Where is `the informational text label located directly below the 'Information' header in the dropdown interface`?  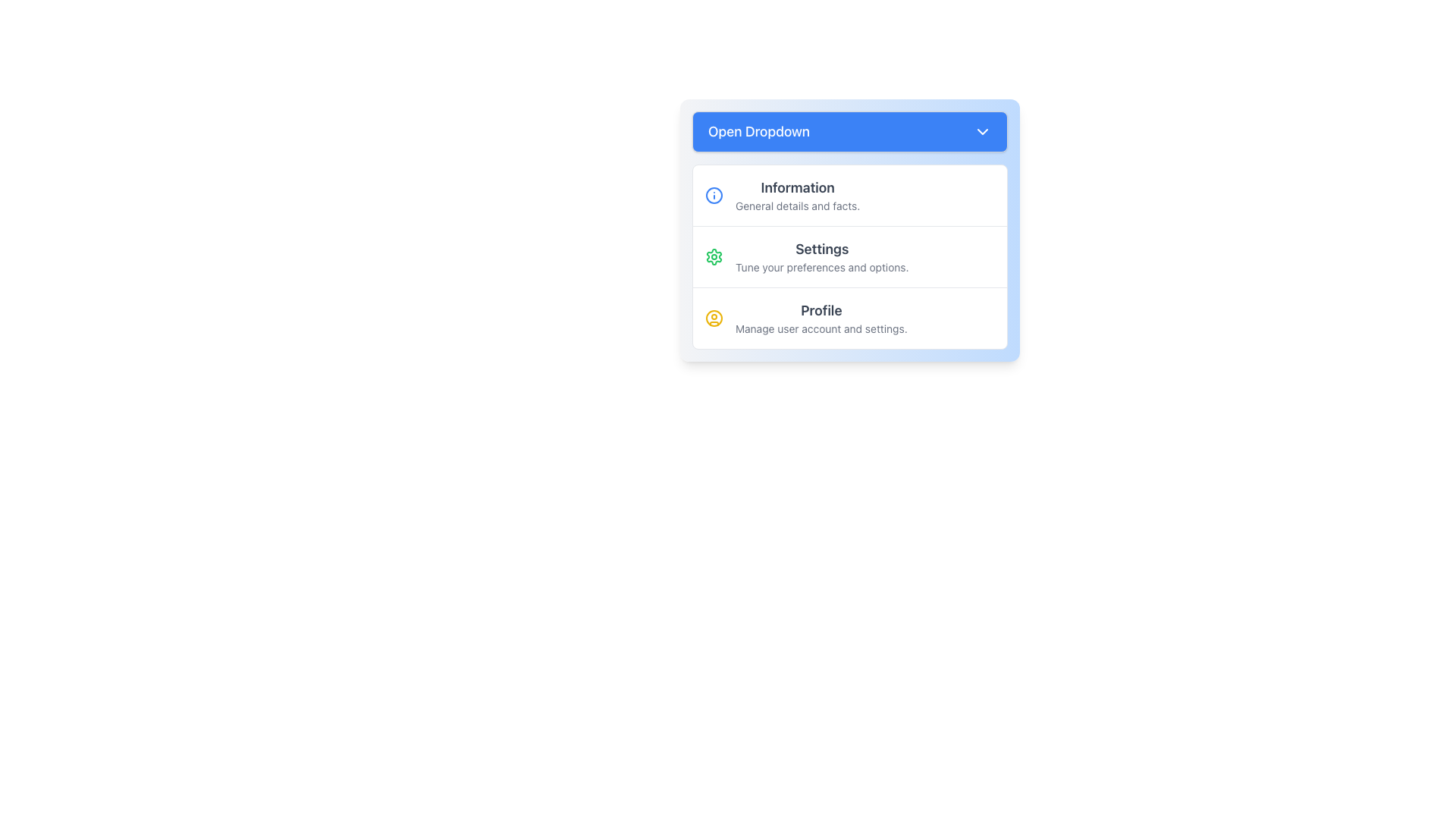 the informational text label located directly below the 'Information' header in the dropdown interface is located at coordinates (797, 206).